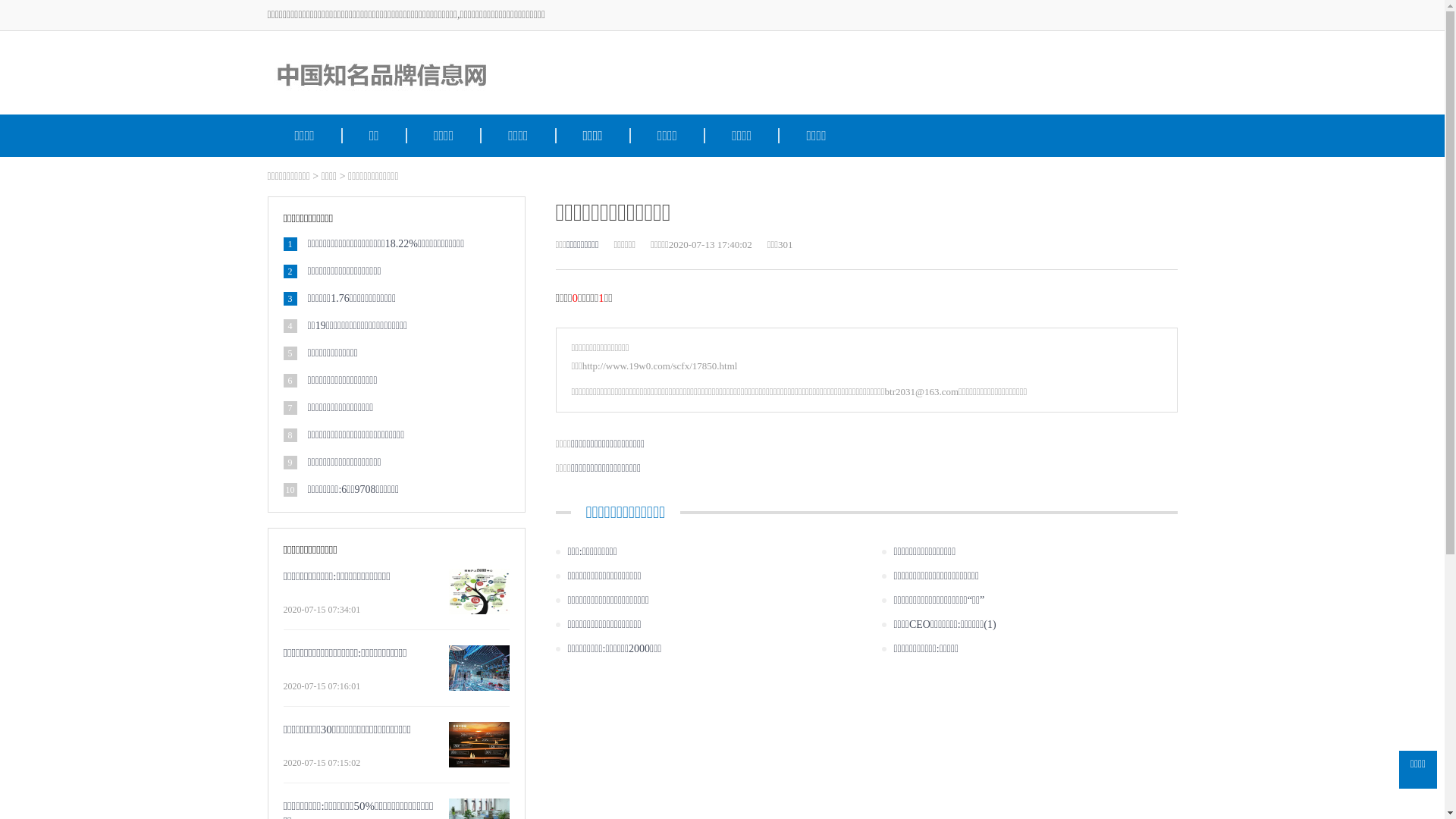 This screenshot has height=819, width=1456. I want to click on '2020-07-15 07:15:02', so click(358, 763).